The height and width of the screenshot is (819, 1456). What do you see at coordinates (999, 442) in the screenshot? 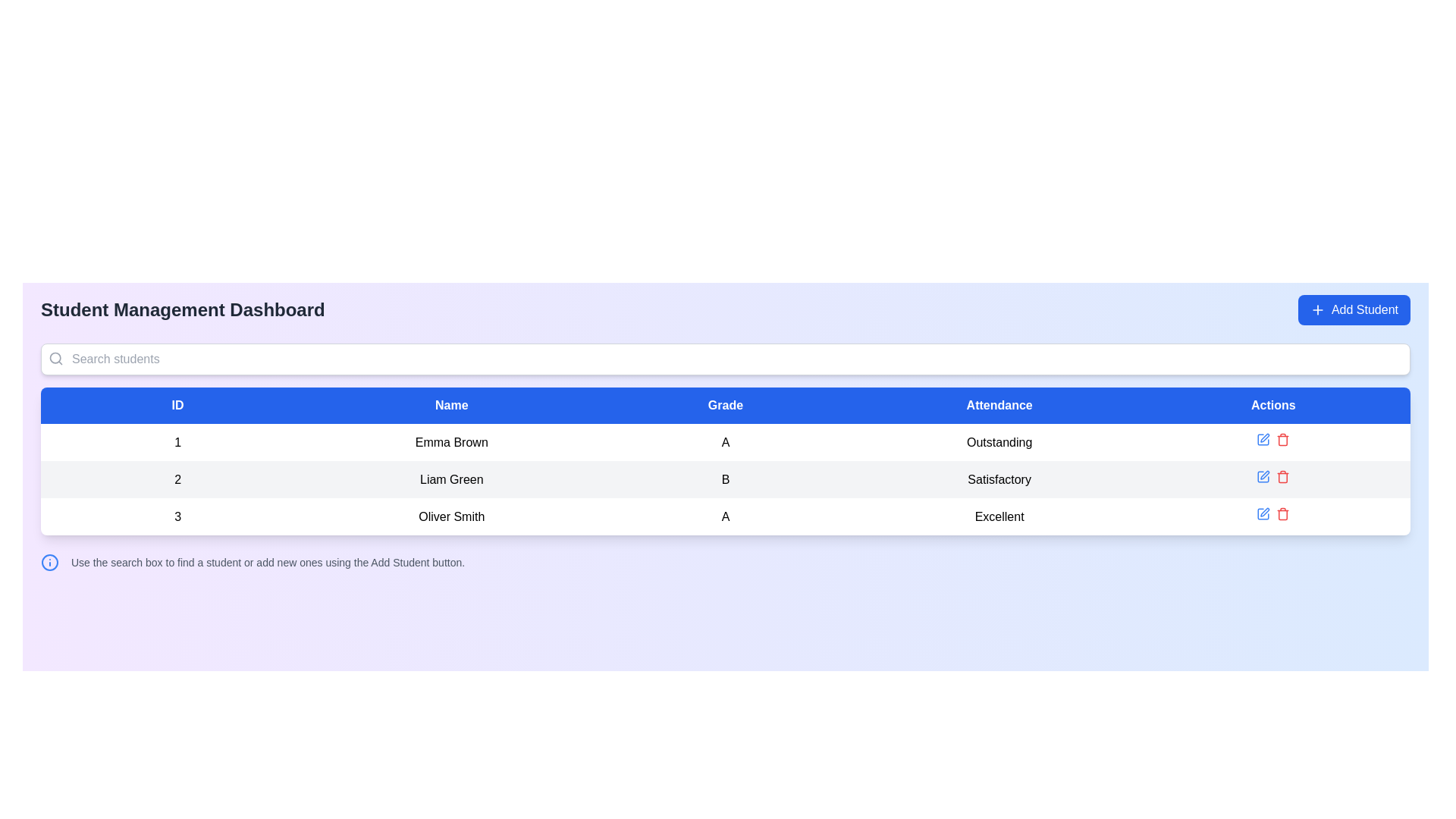
I see `the static text label displaying 'Outstanding' in bold font, located in the Attendance column of the first row for 'Emma Brown'` at bounding box center [999, 442].